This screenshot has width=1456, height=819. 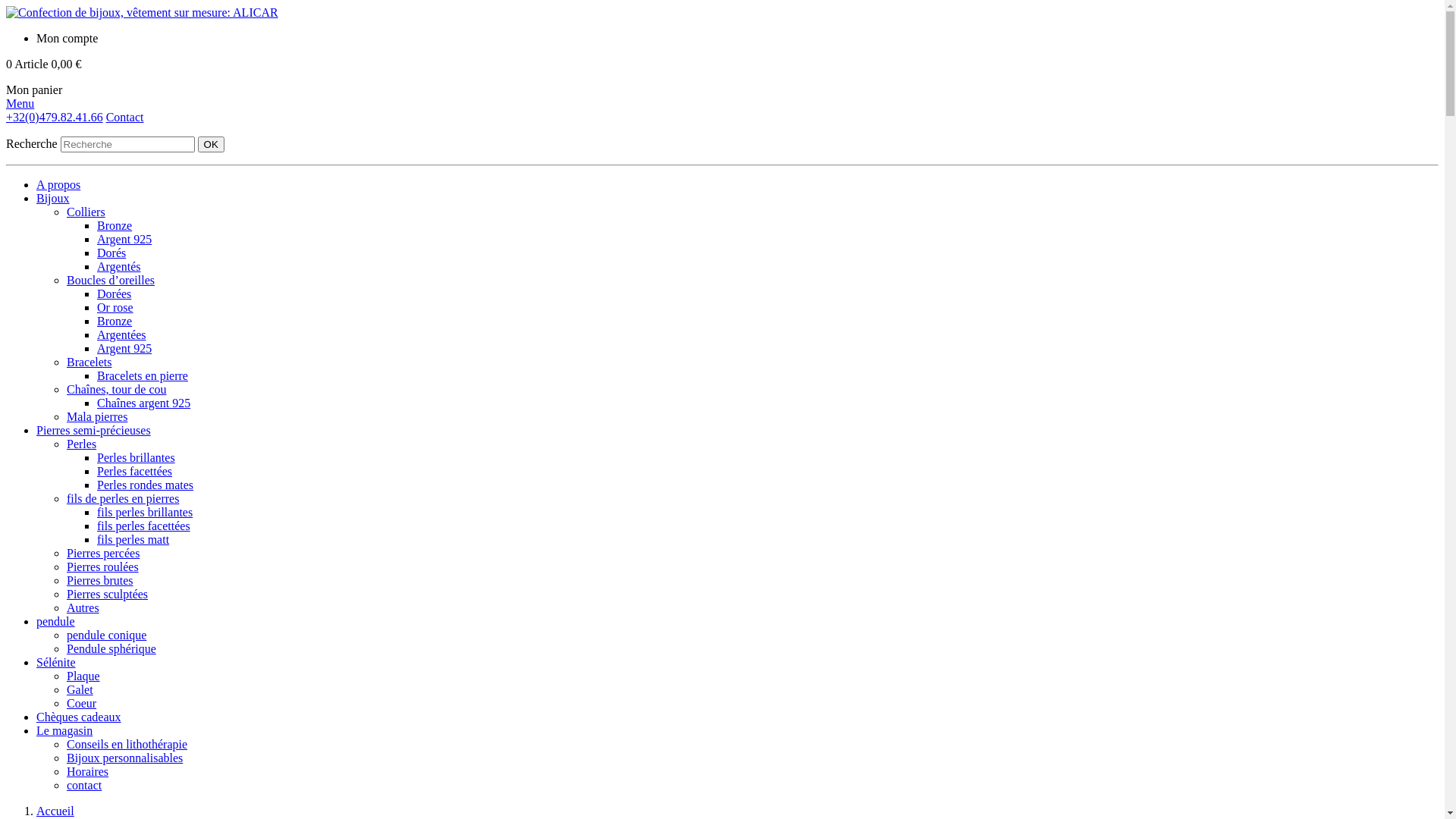 What do you see at coordinates (80, 703) in the screenshot?
I see `'Coeur'` at bounding box center [80, 703].